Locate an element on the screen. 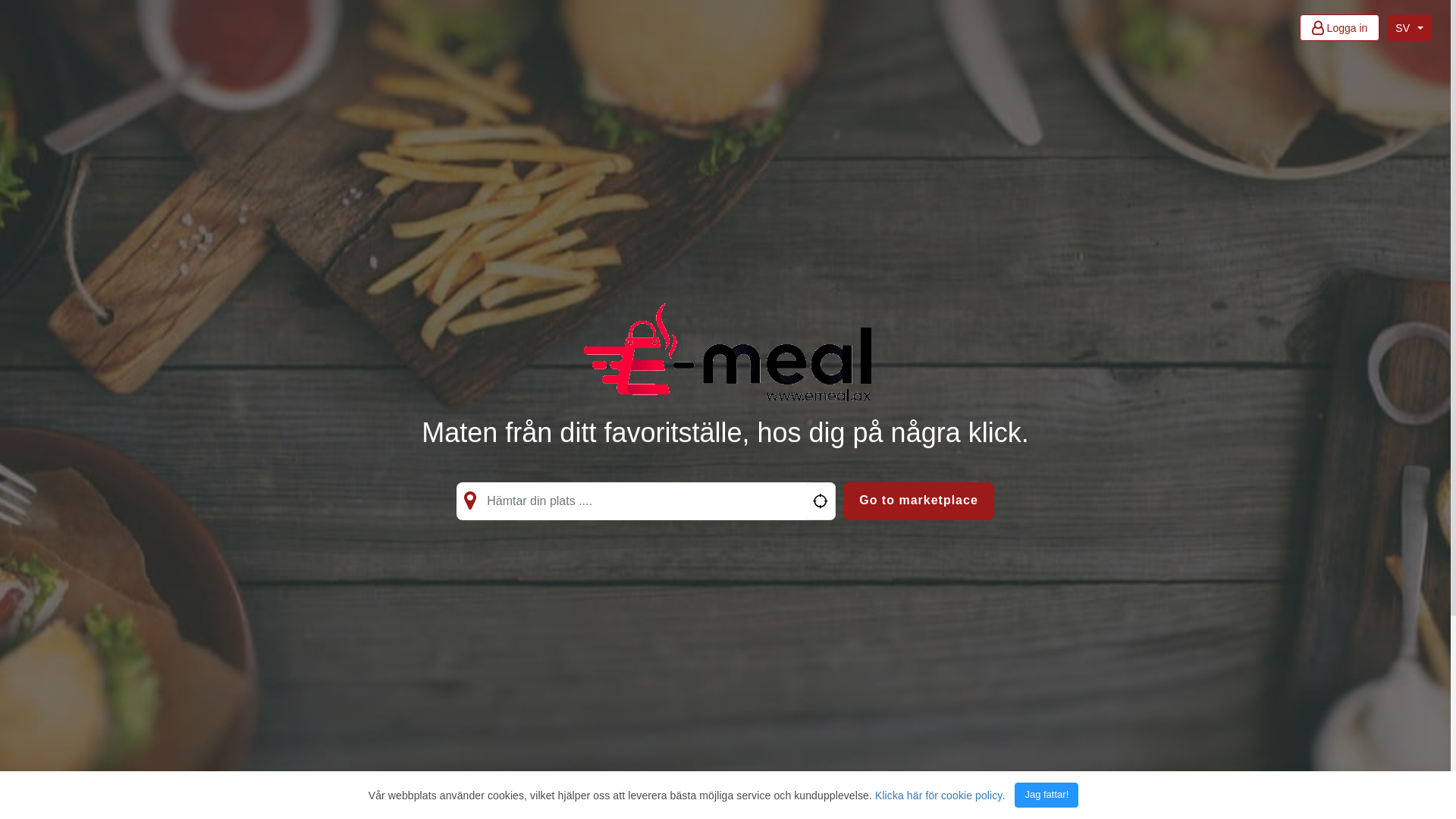 Image resolution: width=1456 pixels, height=819 pixels. 'SV' is located at coordinates (1408, 27).